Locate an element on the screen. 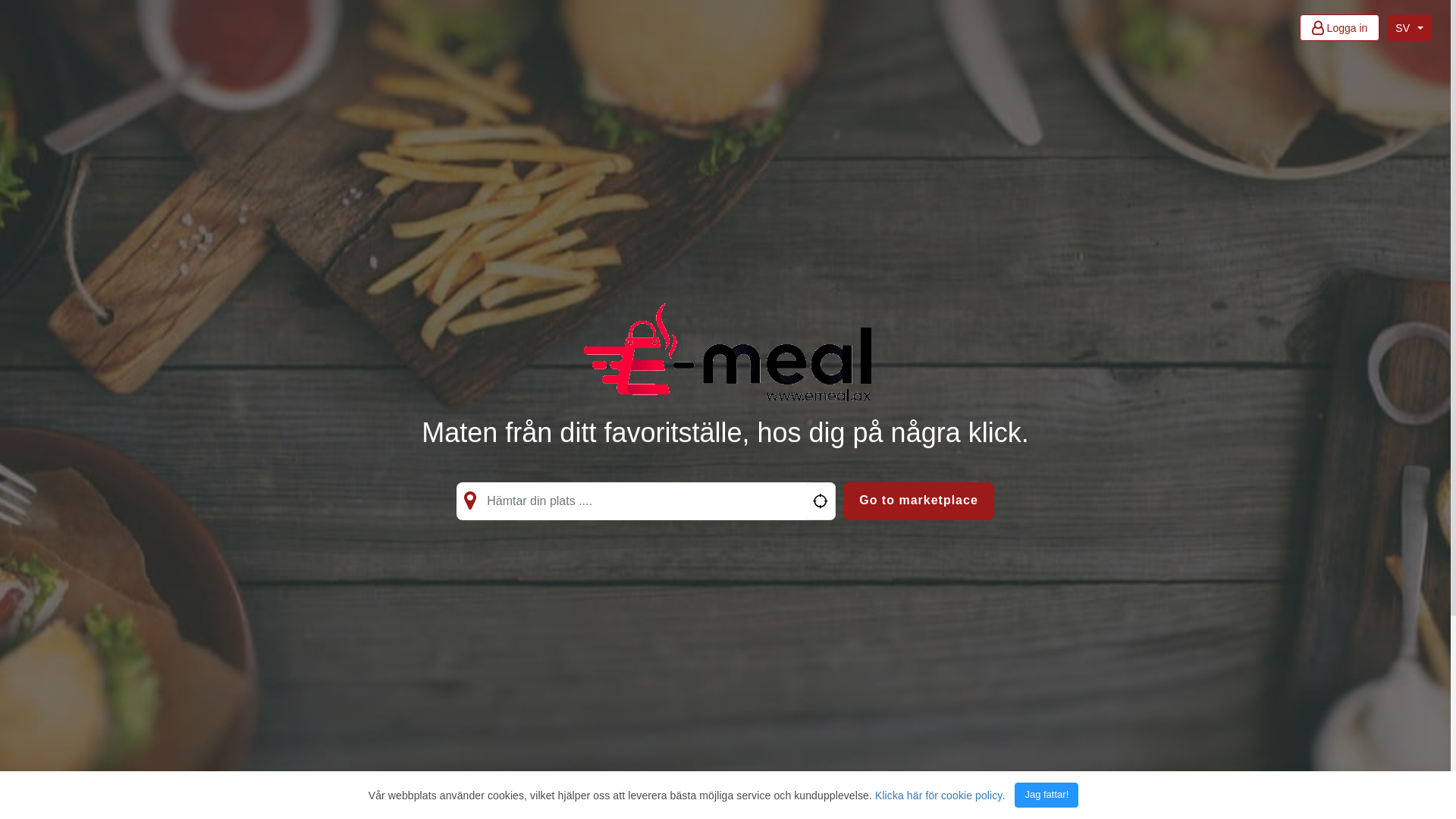 Image resolution: width=1456 pixels, height=819 pixels. 'SV' is located at coordinates (1408, 27).